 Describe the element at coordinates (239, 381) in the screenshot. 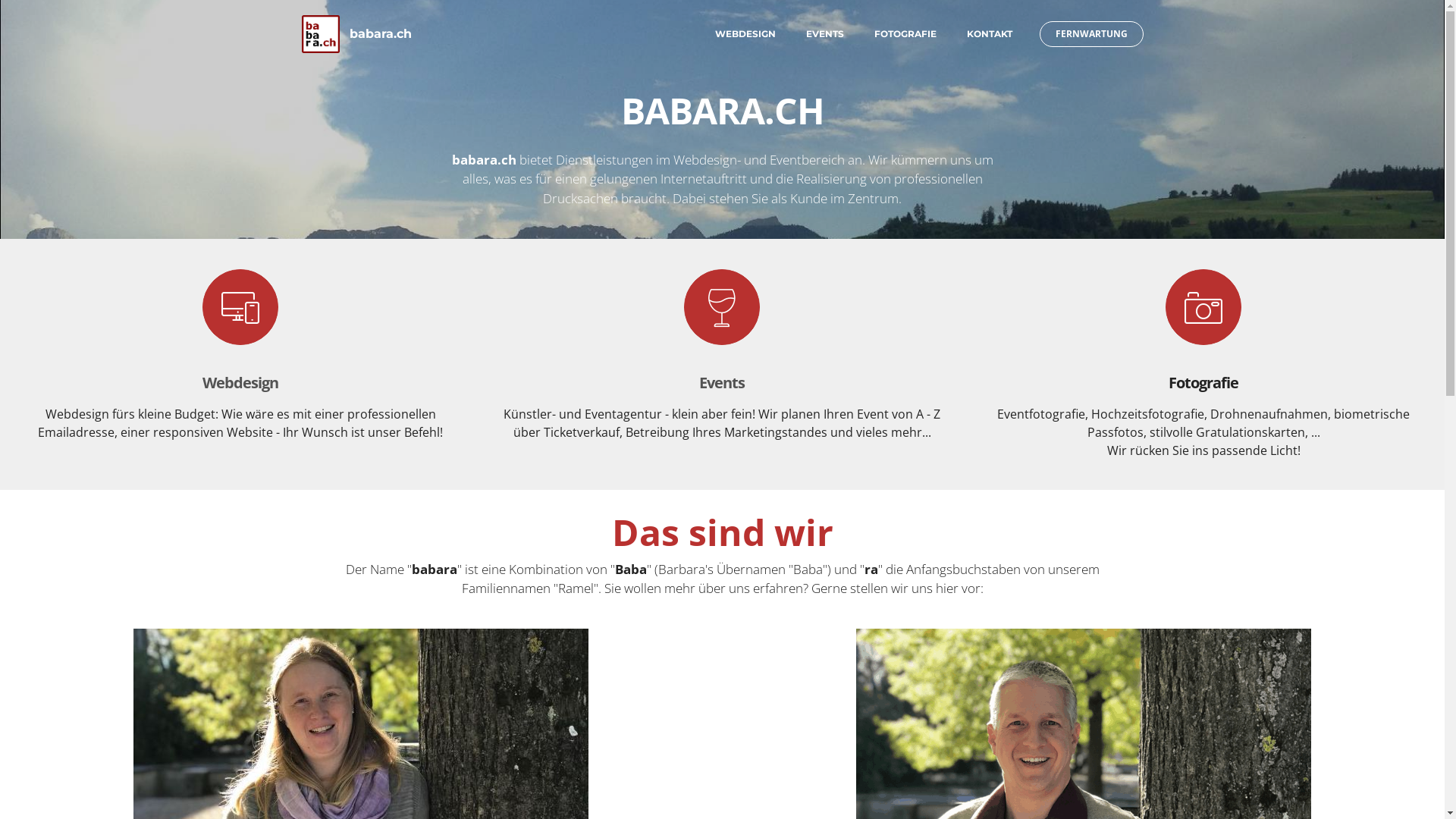

I see `'Webdesign'` at that location.